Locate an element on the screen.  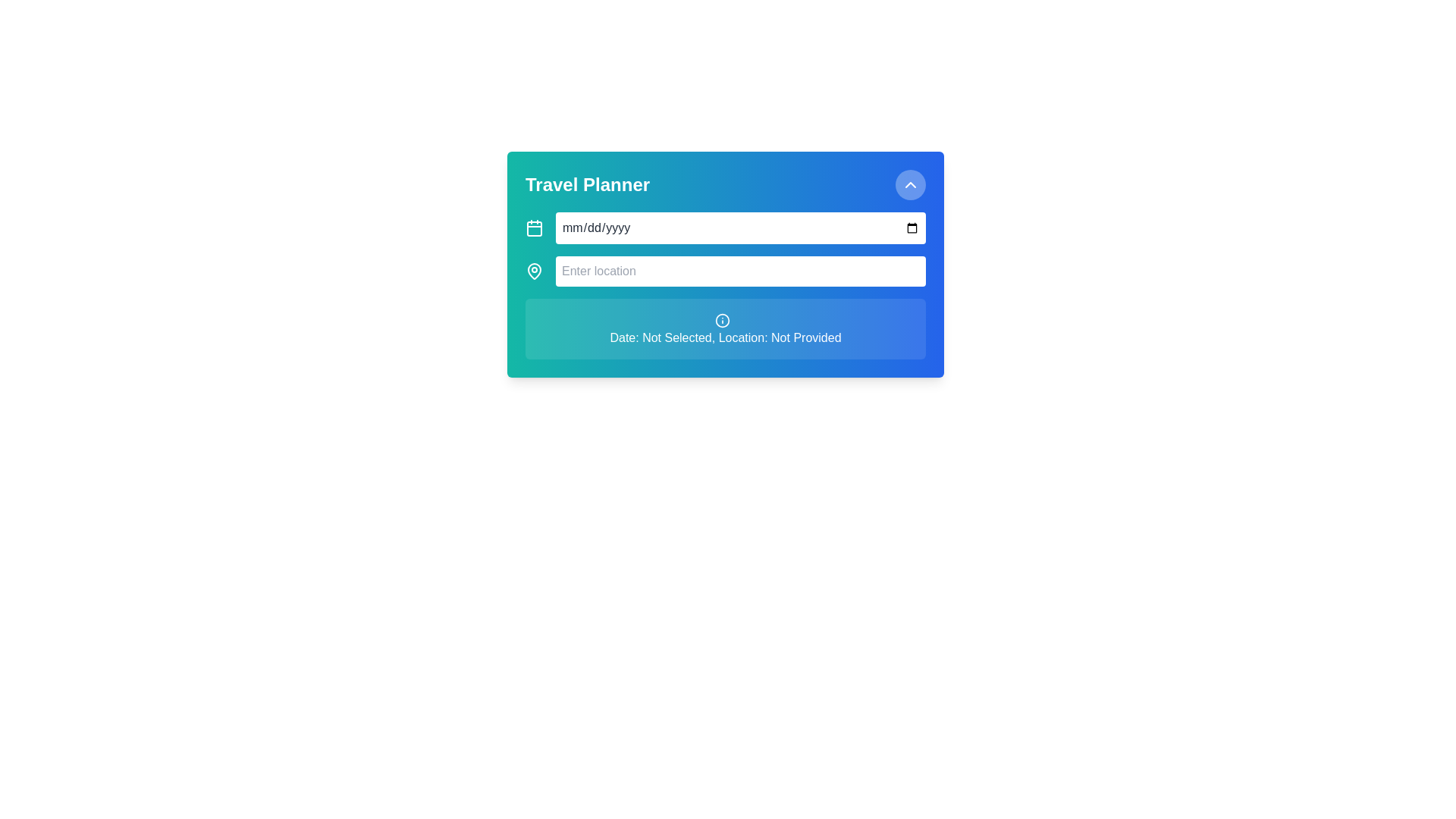
the Chevron icon located at the top-right corner of the 'Travel Planner' card, which is represented by an upward chevron design within a circular clickable area is located at coordinates (910, 184).